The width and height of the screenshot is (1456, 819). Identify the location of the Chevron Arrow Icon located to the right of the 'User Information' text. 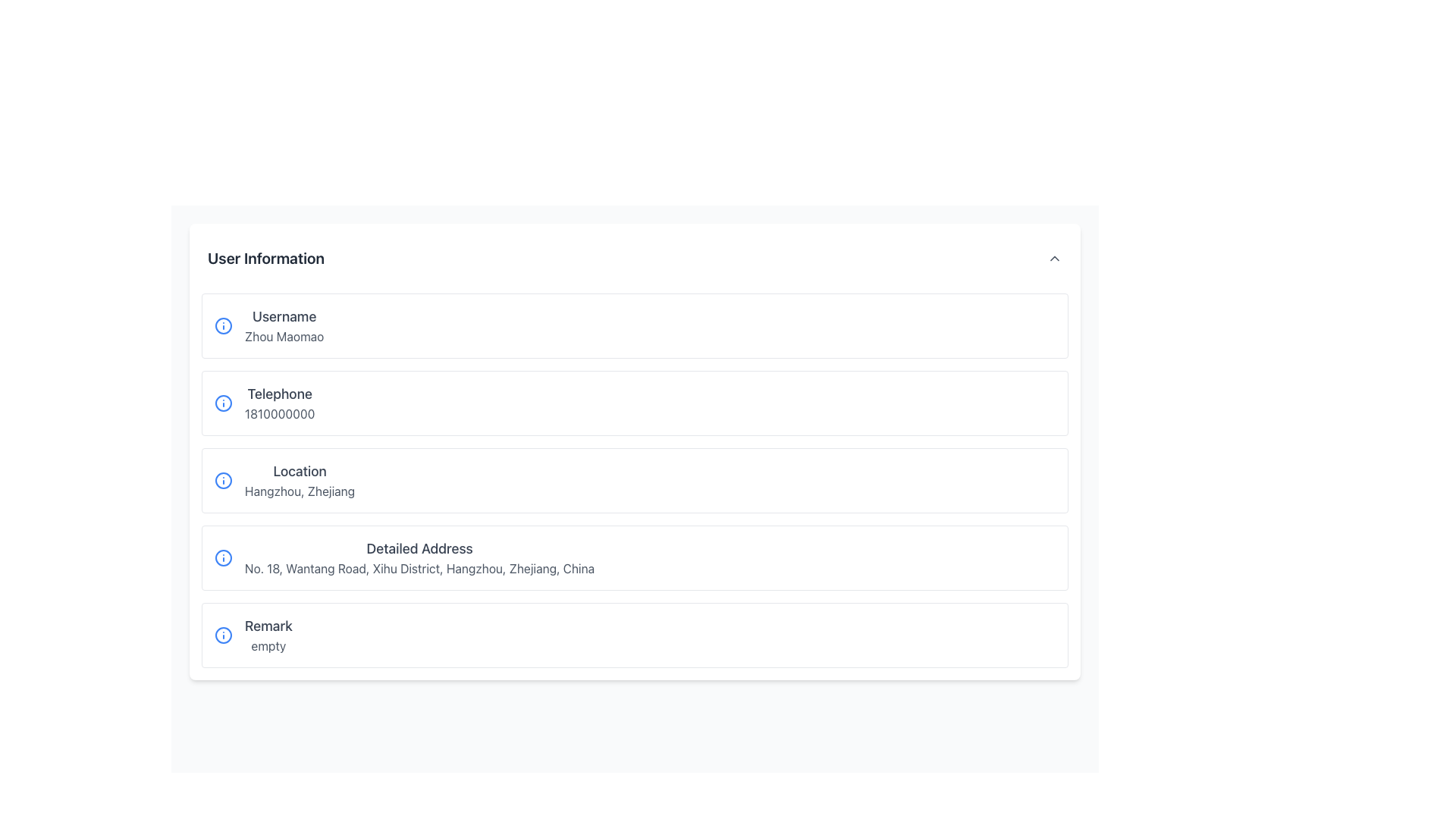
(1054, 257).